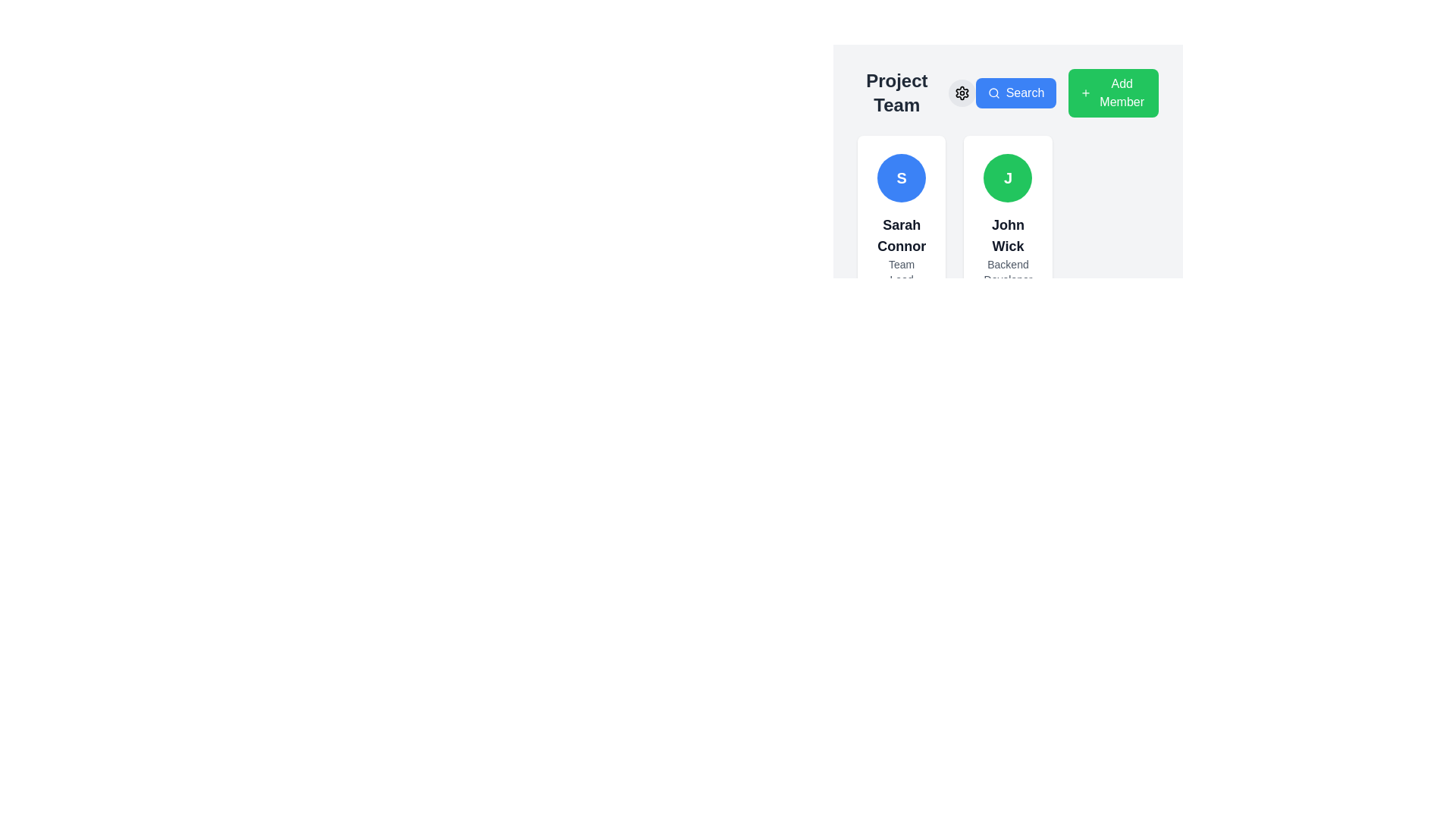  Describe the element at coordinates (902, 236) in the screenshot. I see `displayed name of the team member, which is represented by the label located below a circular blue icon with a letter 'S' and above the subtitle 'Team Lead'` at that location.